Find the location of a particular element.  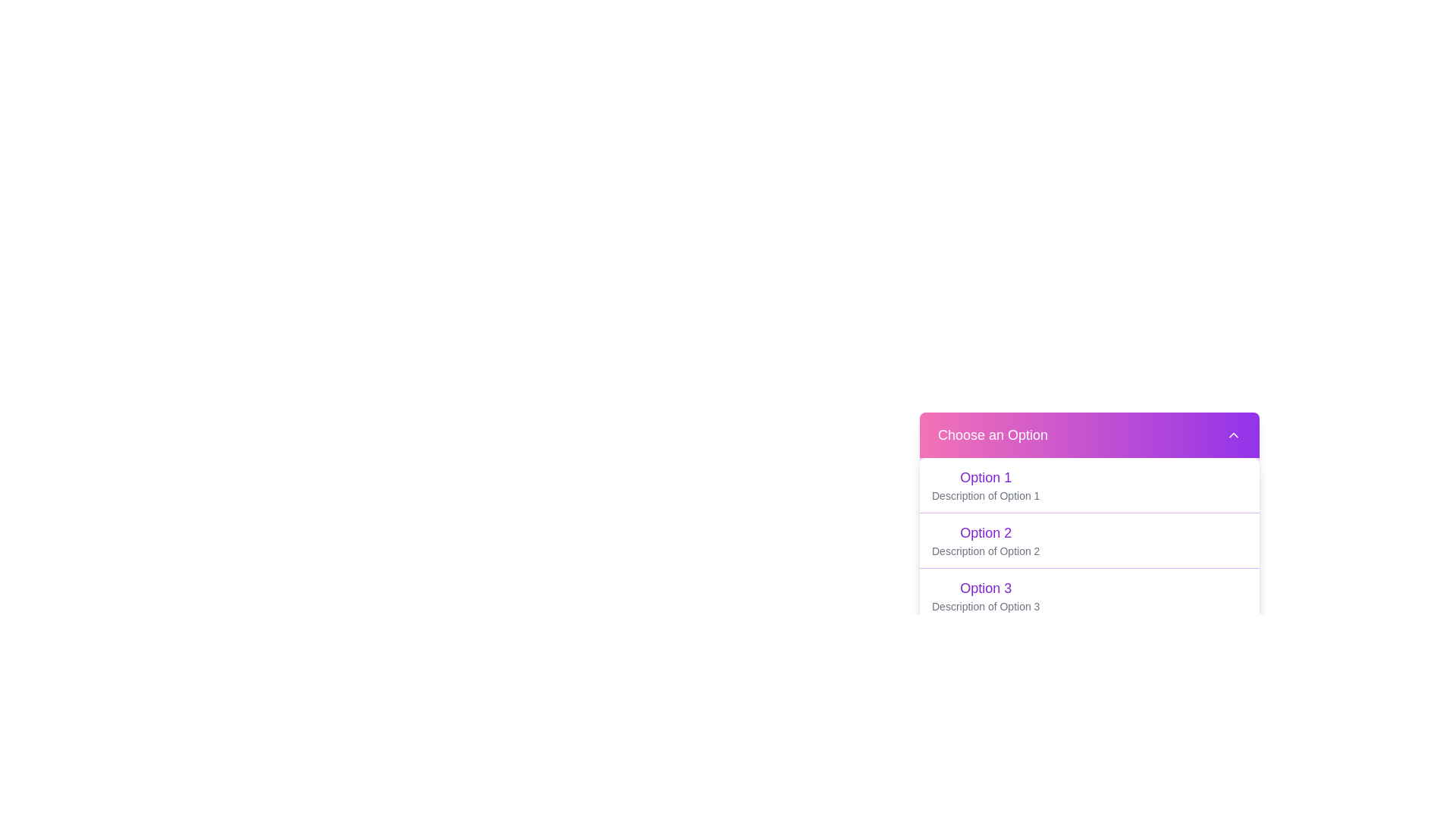

descriptive text for 'Option 2' located below its title in the dropdown list is located at coordinates (986, 551).